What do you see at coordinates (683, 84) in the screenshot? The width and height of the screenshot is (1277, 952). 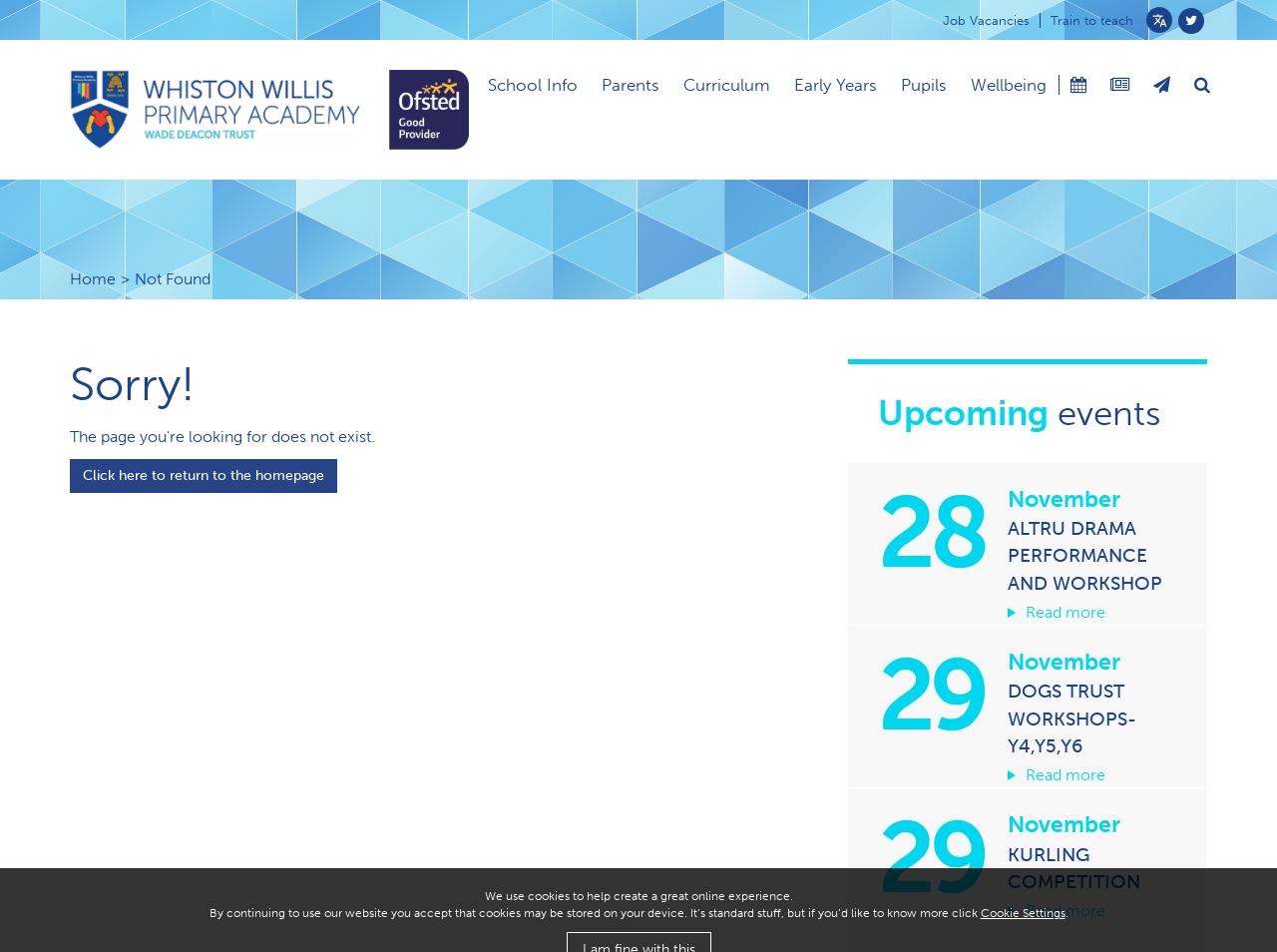 I see `'Curriculum'` at bounding box center [683, 84].